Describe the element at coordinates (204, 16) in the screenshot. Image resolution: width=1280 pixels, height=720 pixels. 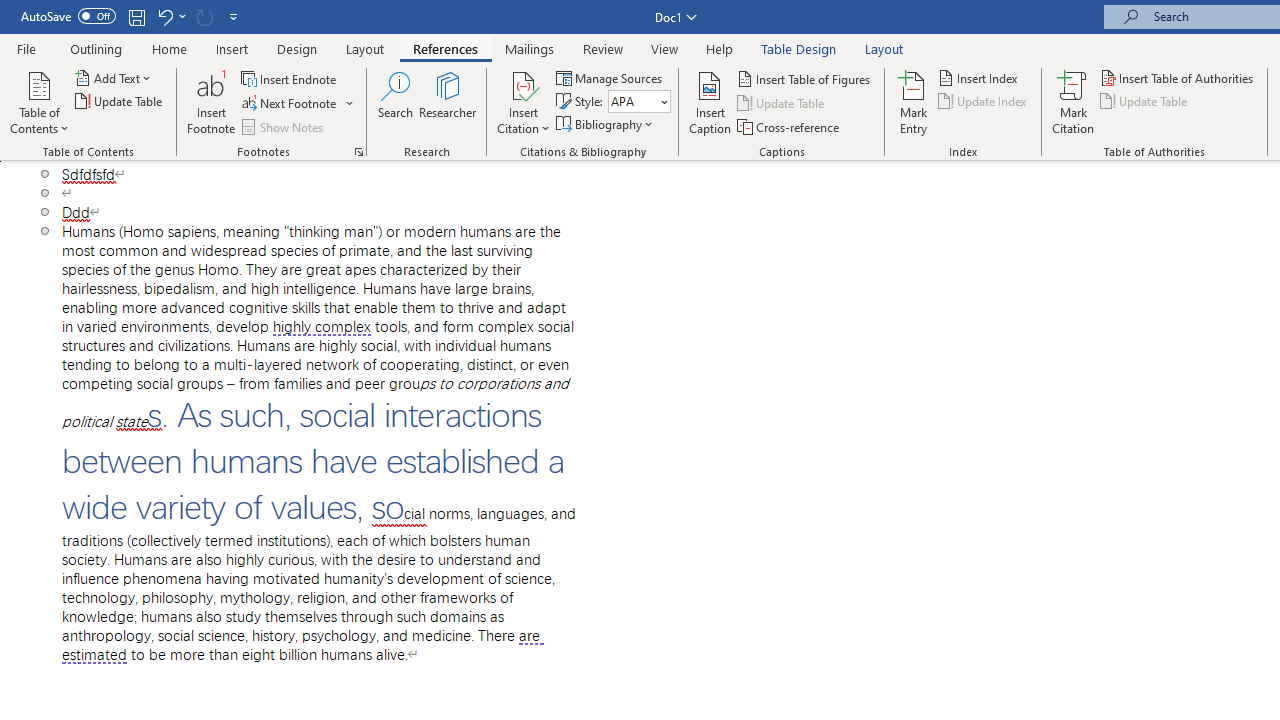
I see `'Can'` at that location.